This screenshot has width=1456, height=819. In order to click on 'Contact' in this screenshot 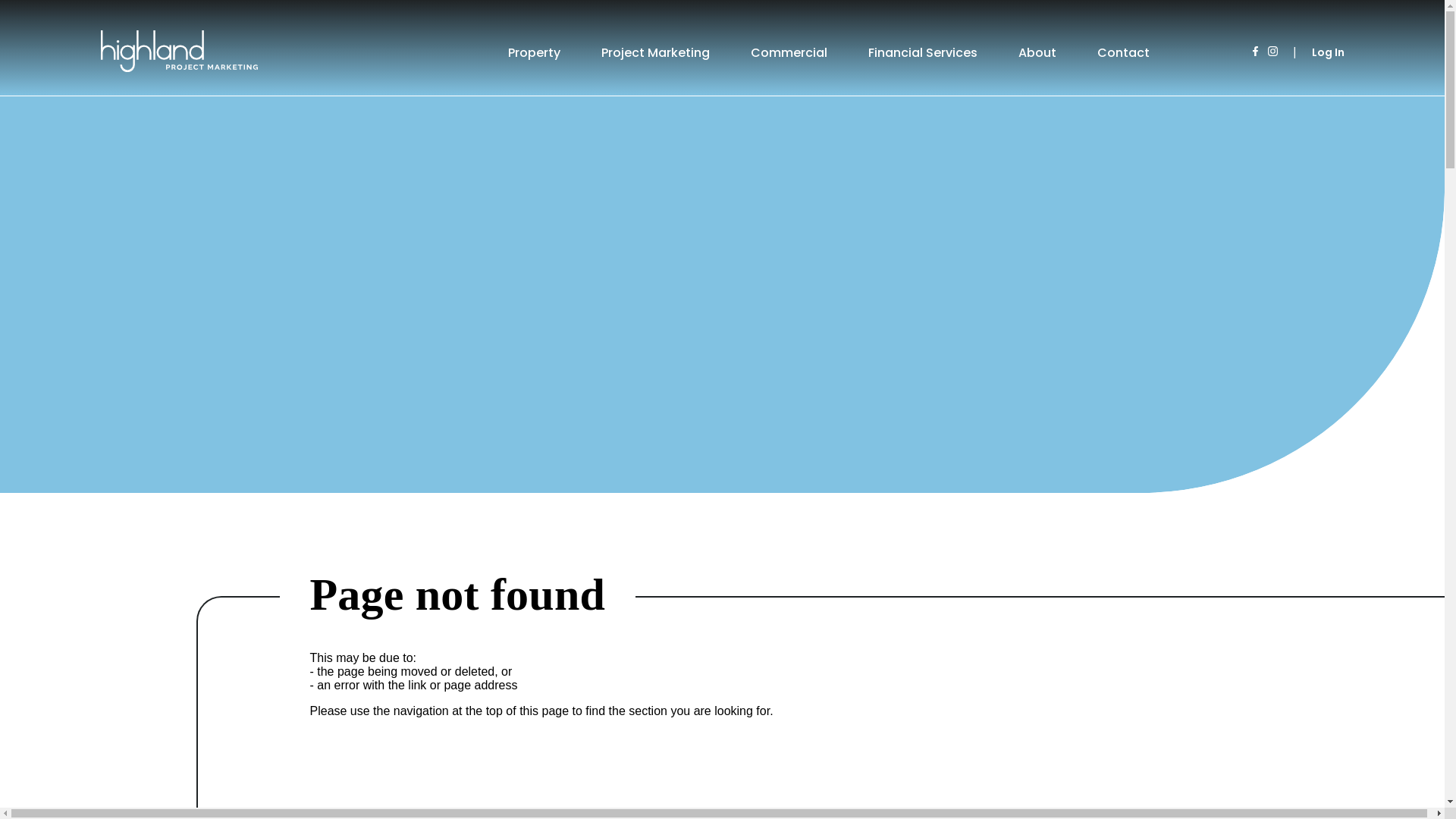, I will do `click(1097, 51)`.